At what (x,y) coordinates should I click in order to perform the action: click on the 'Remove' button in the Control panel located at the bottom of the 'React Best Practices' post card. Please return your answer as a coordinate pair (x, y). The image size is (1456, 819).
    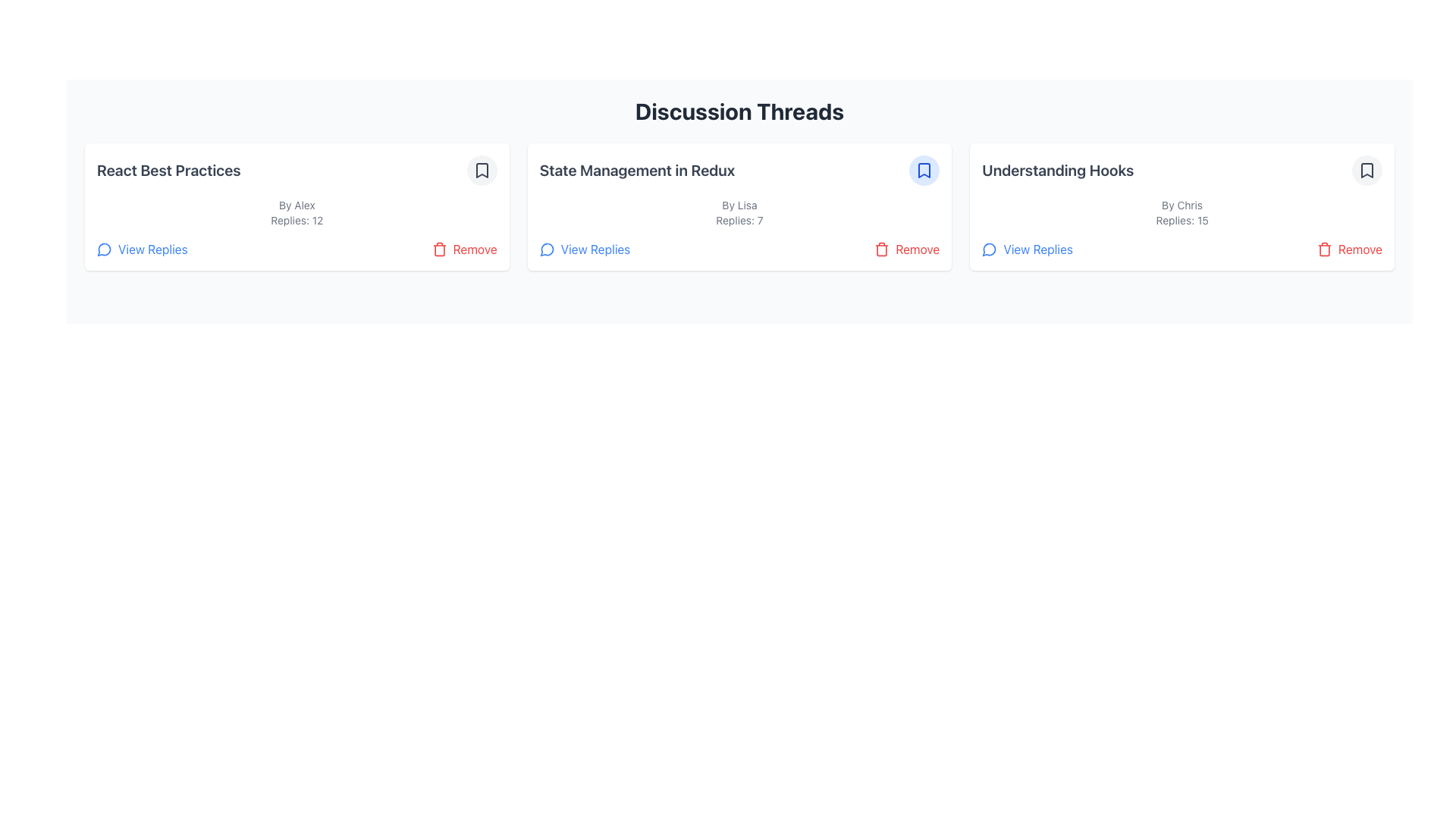
    Looking at the image, I should click on (297, 248).